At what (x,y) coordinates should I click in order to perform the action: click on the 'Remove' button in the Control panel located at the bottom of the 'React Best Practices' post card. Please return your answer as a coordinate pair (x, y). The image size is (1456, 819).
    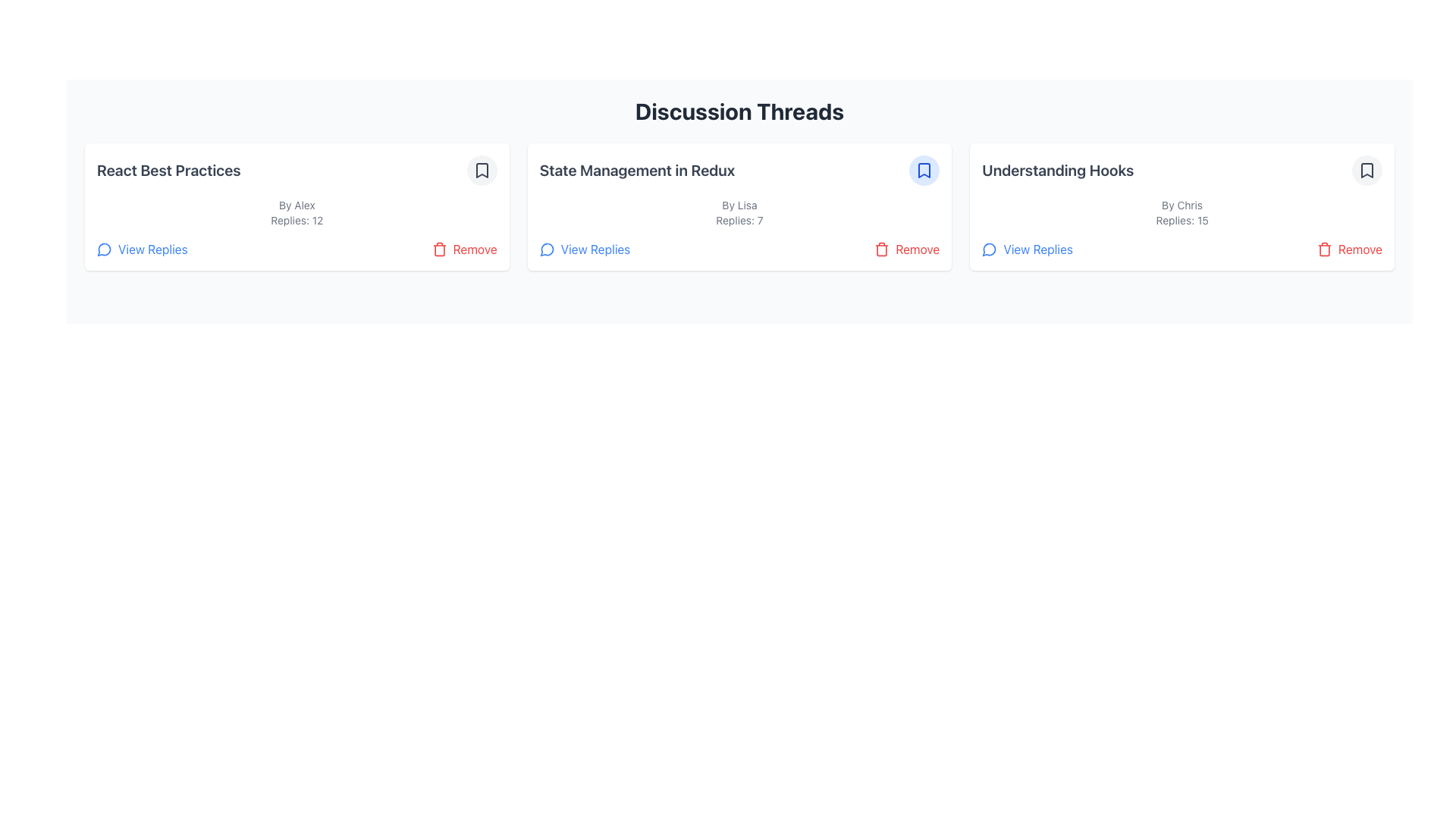
    Looking at the image, I should click on (297, 248).